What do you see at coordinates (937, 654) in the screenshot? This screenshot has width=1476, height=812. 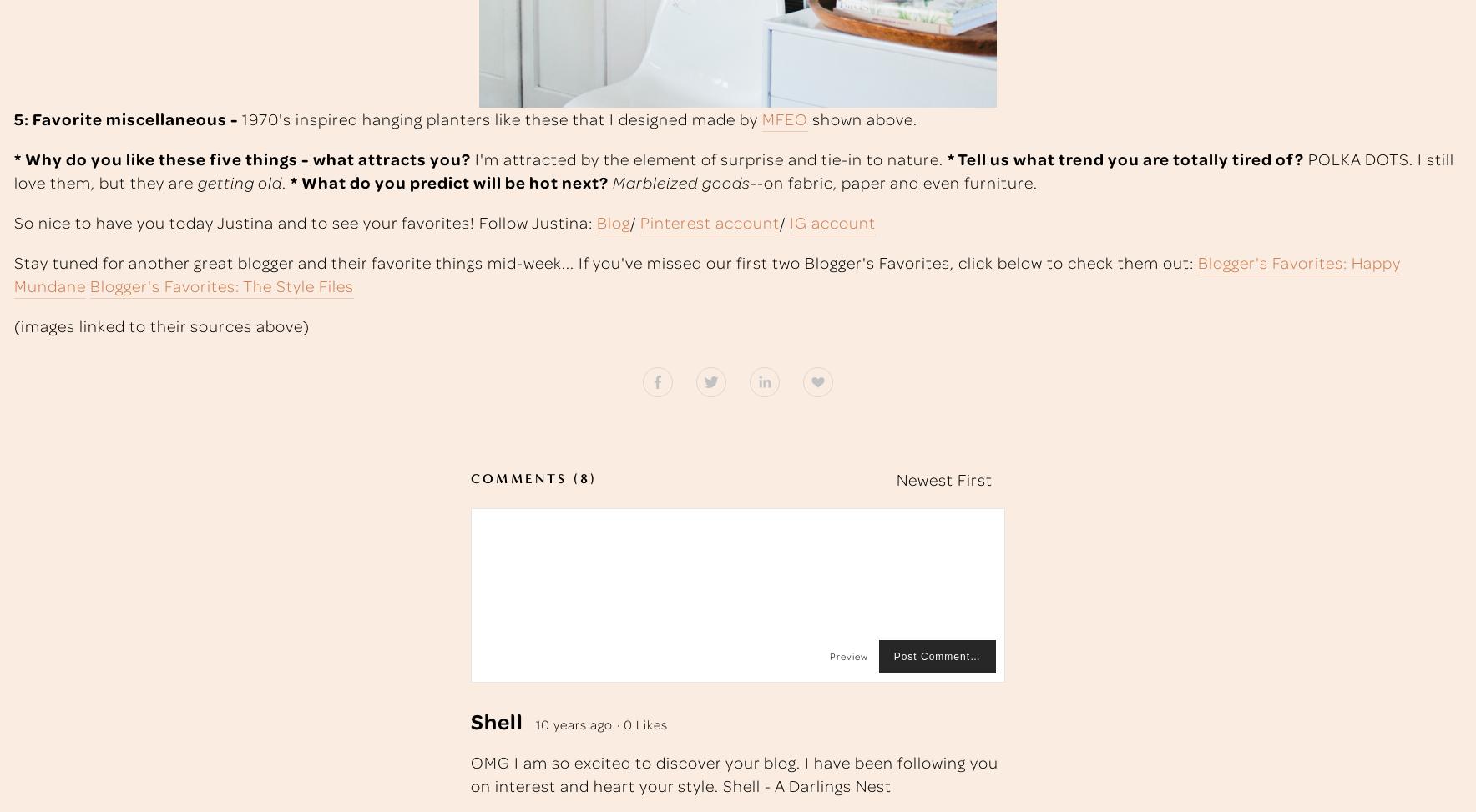 I see `'Post Comment…'` at bounding box center [937, 654].